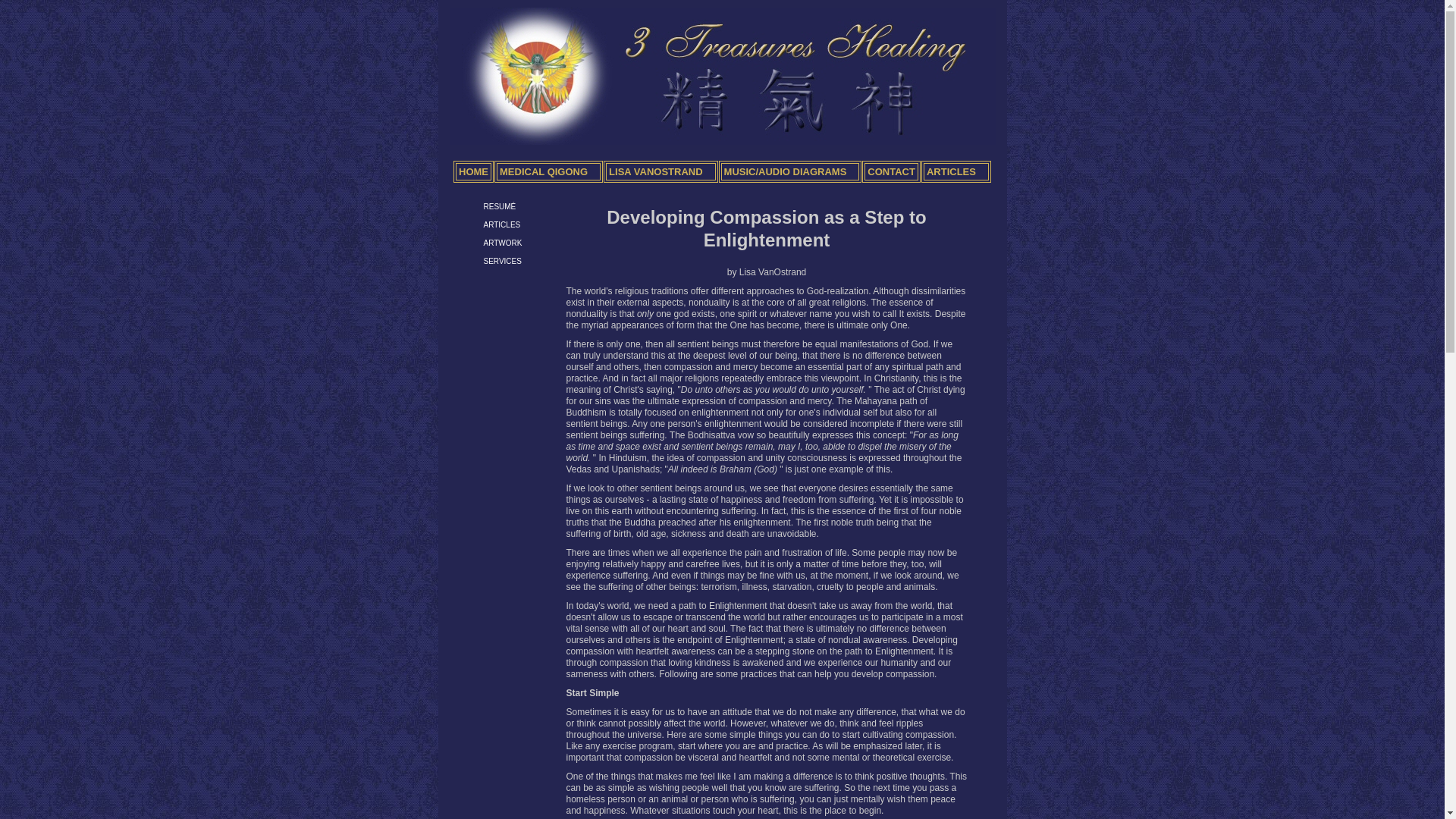  What do you see at coordinates (483, 224) in the screenshot?
I see `'ARTICLES'` at bounding box center [483, 224].